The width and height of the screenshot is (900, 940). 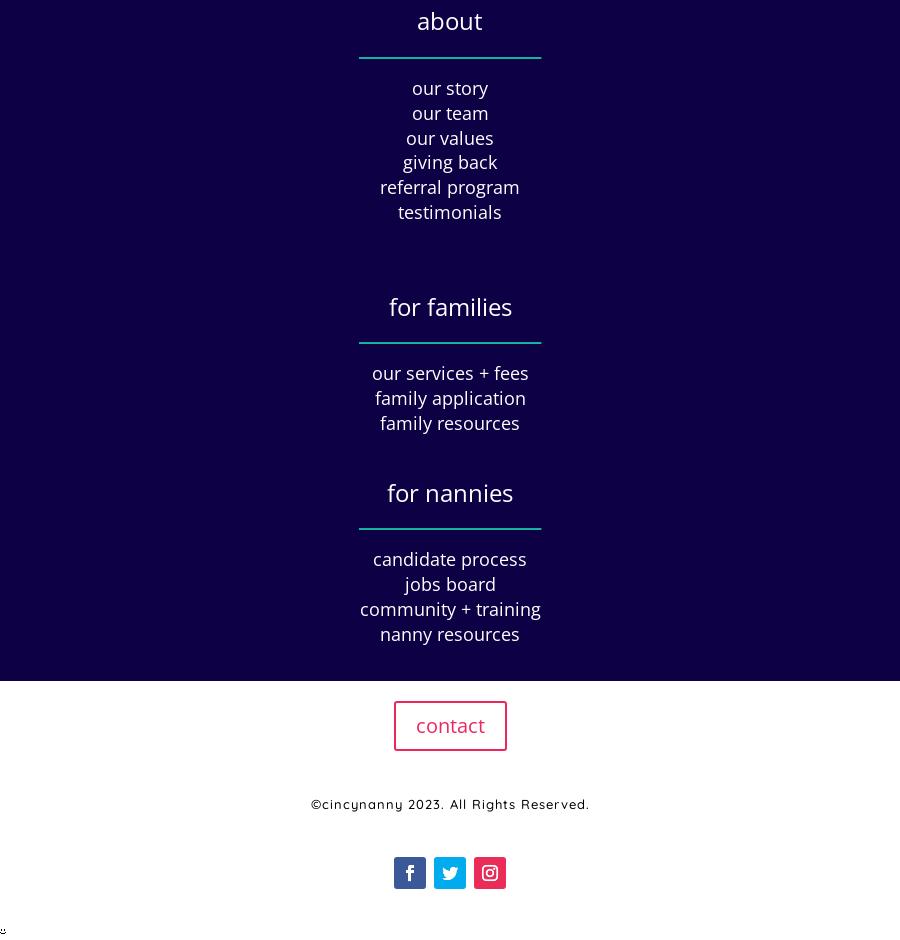 What do you see at coordinates (449, 803) in the screenshot?
I see `'©cincynanny 2023. All Rights Reserved.'` at bounding box center [449, 803].